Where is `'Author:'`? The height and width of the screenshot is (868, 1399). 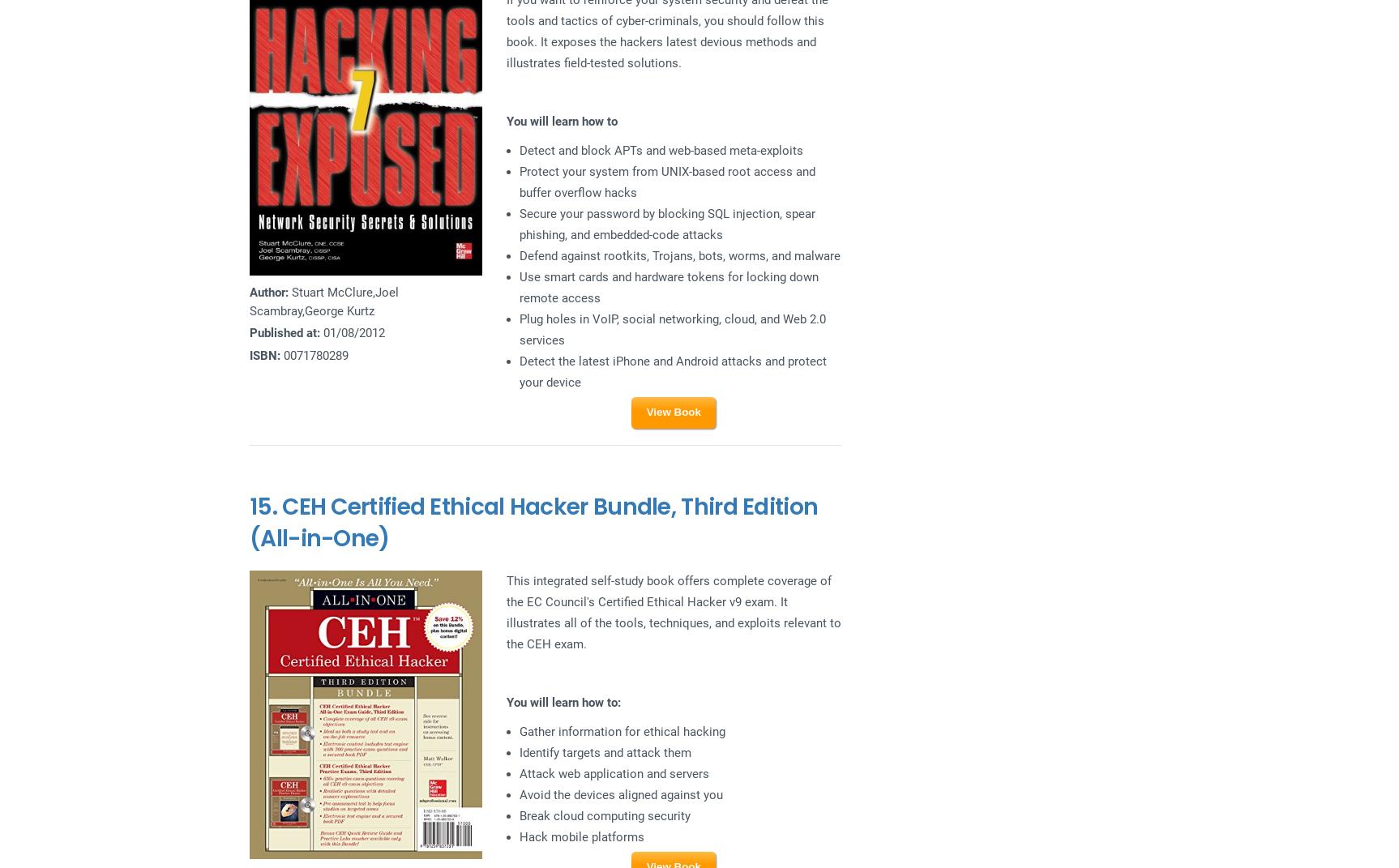 'Author:' is located at coordinates (248, 292).